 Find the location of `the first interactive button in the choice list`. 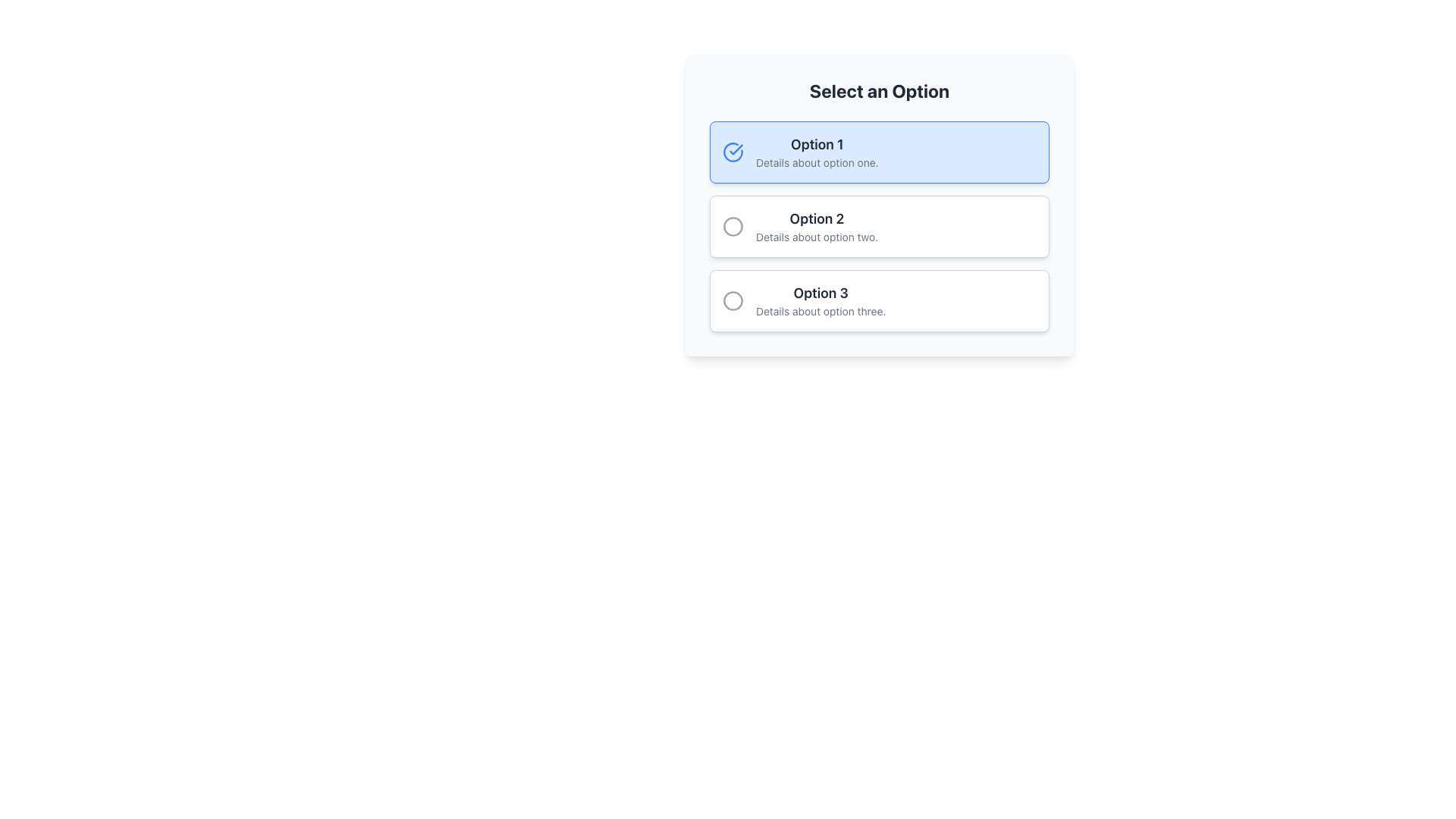

the first interactive button in the choice list is located at coordinates (880, 152).